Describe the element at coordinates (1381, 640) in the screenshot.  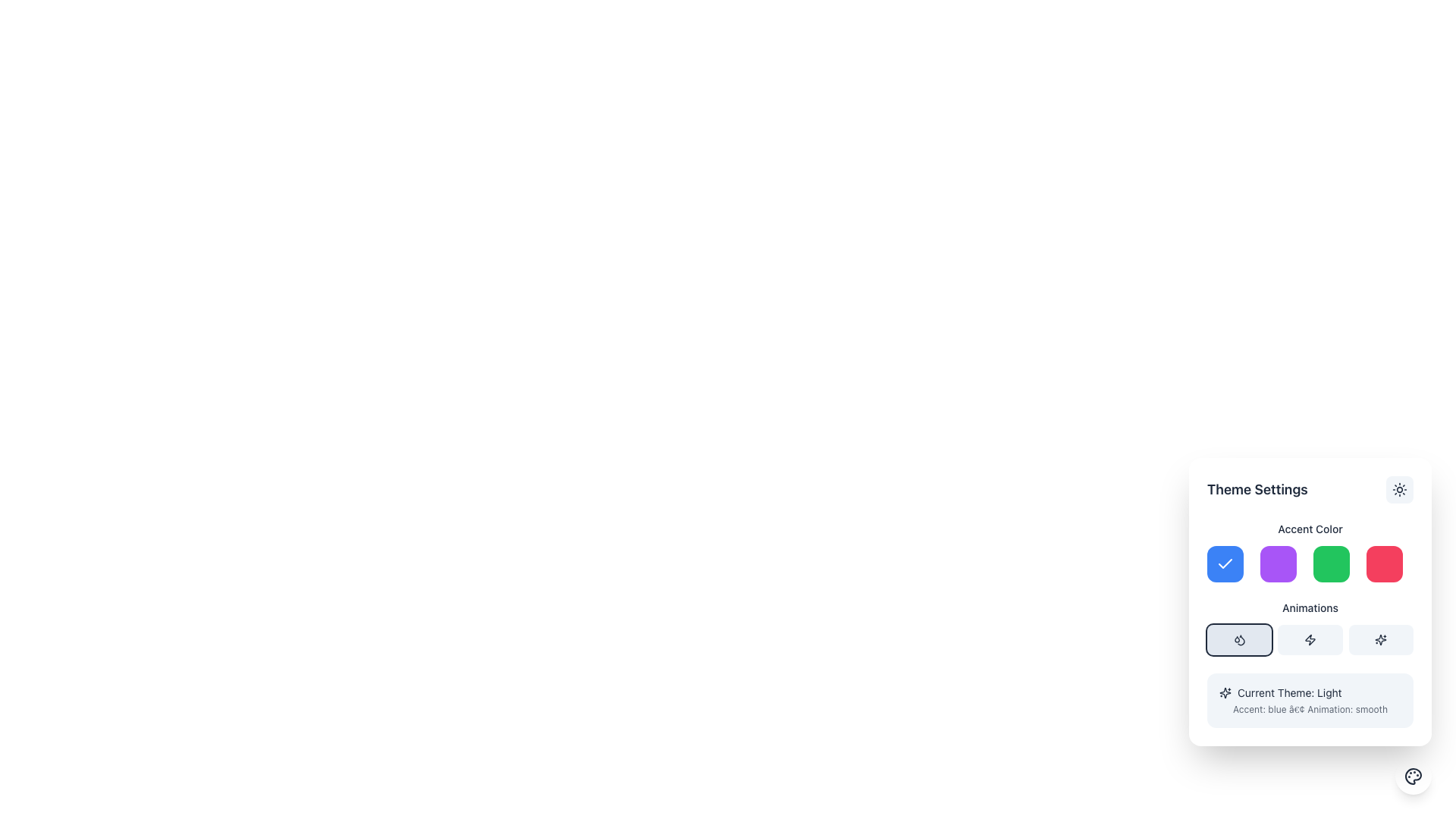
I see `the sparkles or star-like shaped icon located within the 'Animations' button row of the 'Theme Settings' panel` at that location.